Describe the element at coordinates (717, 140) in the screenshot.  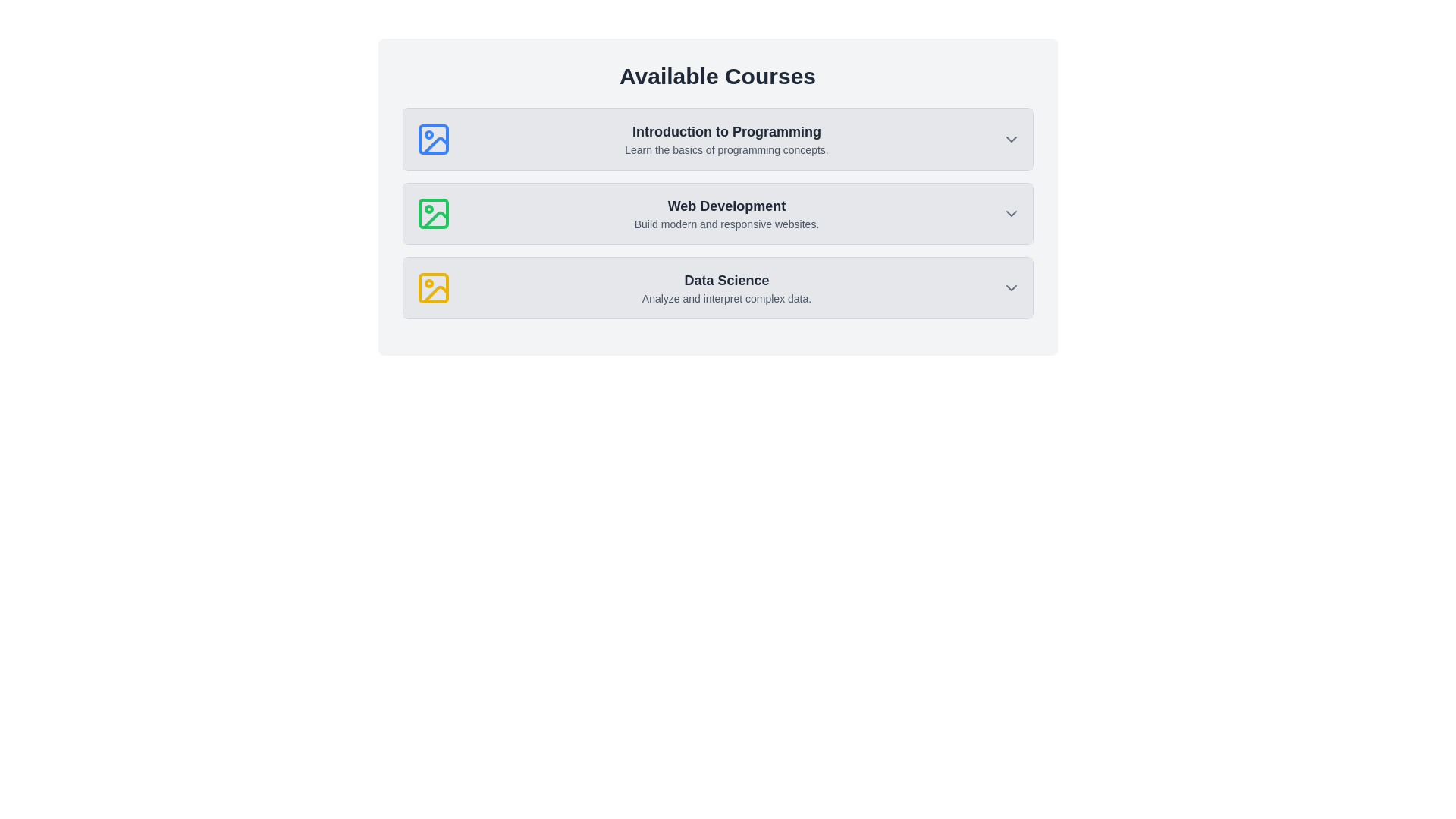
I see `the first list item` at that location.